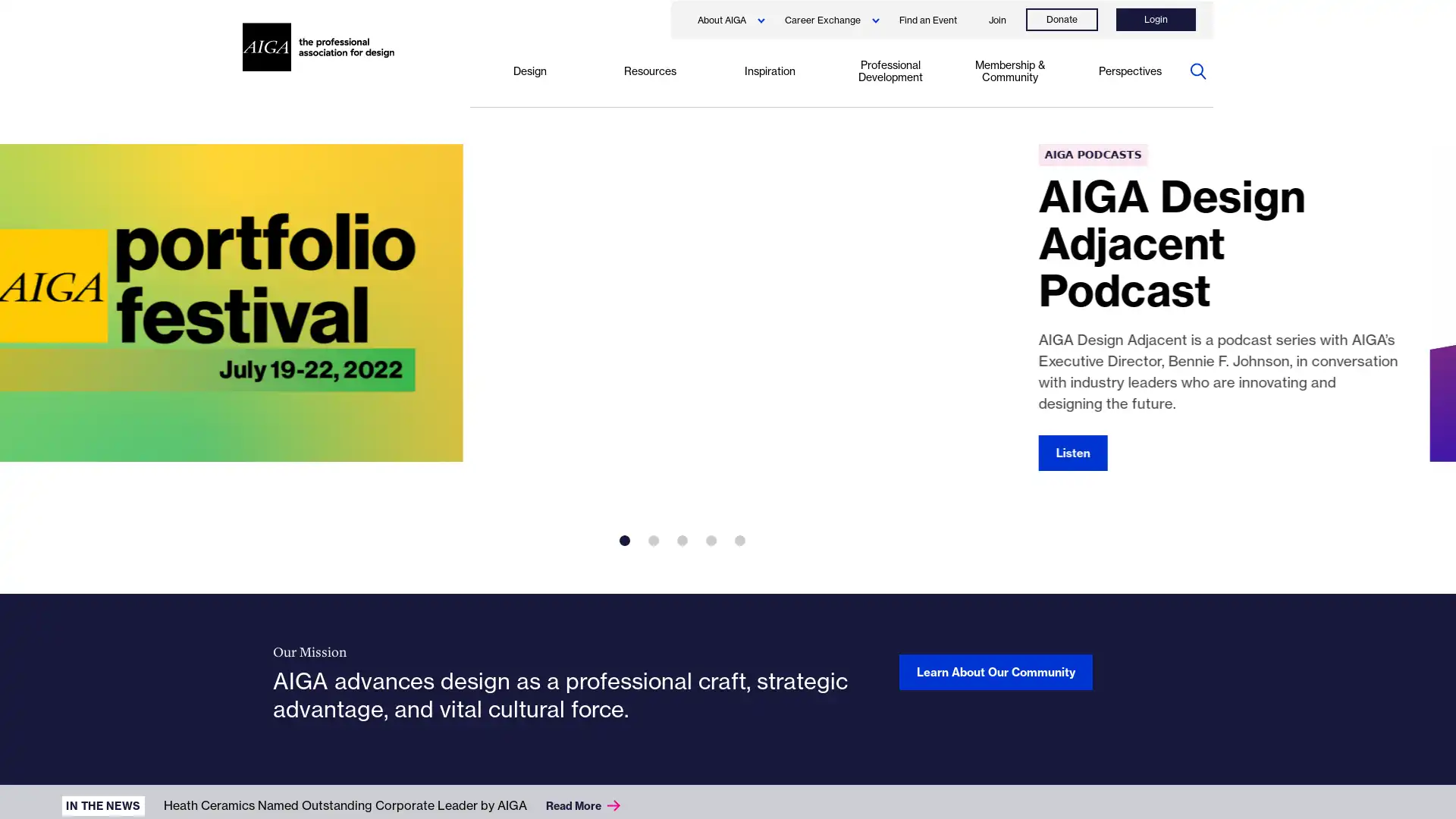  Describe the element at coordinates (682, 540) in the screenshot. I see `3 of 5` at that location.